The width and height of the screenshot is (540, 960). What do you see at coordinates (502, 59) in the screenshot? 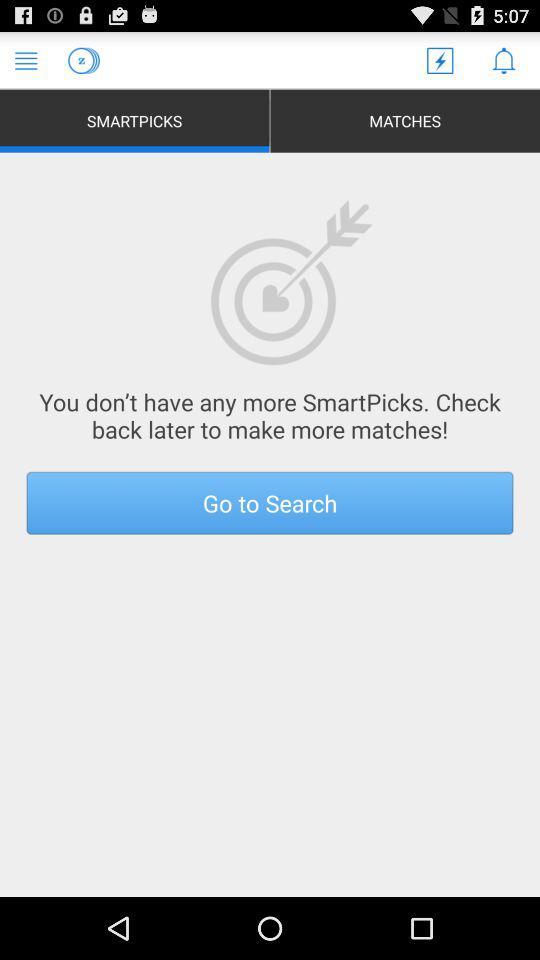
I see `alarm` at bounding box center [502, 59].